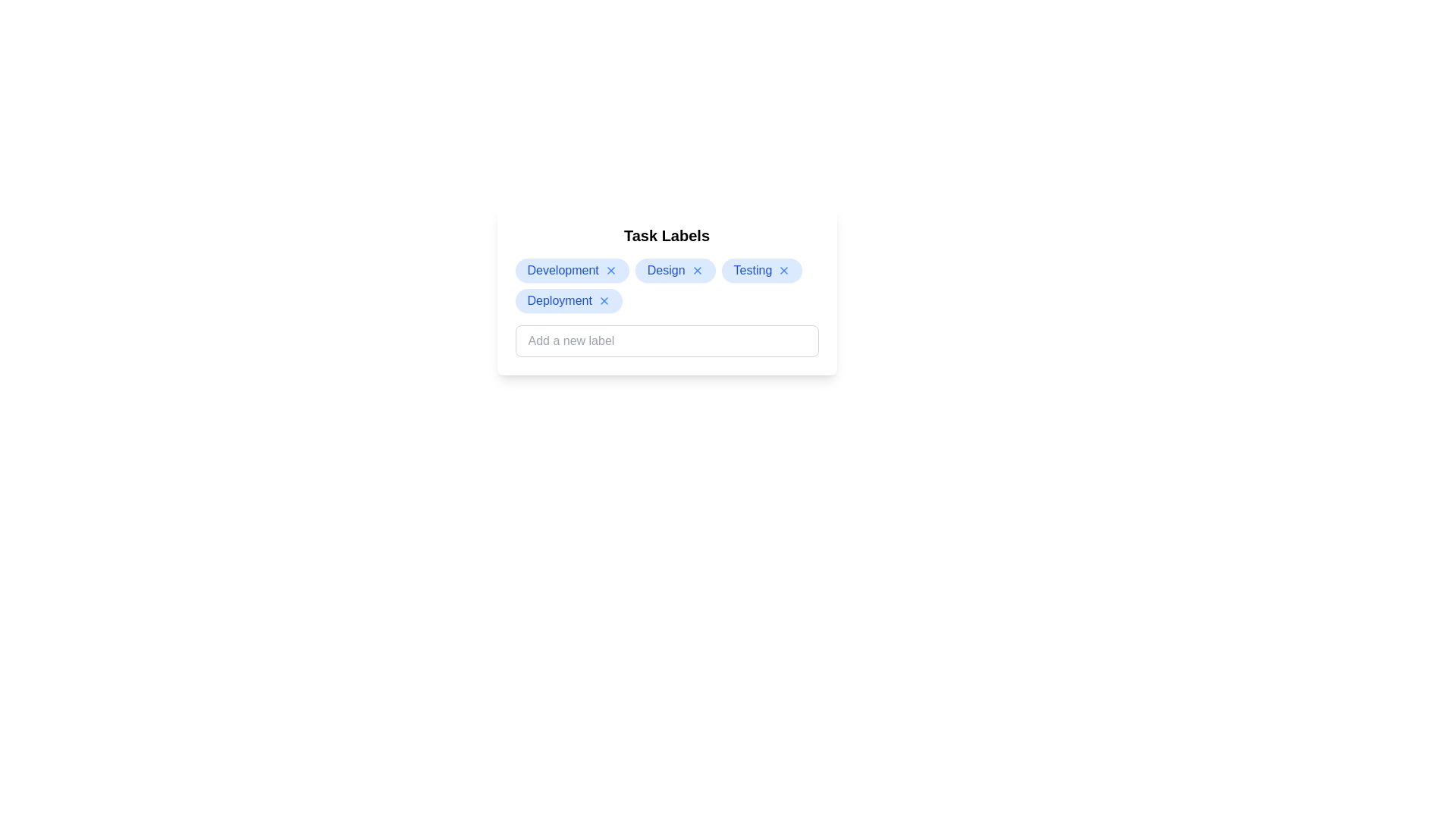 The image size is (1456, 819). I want to click on the delete icon located on the right end of the 'Deployment' label, so click(603, 301).